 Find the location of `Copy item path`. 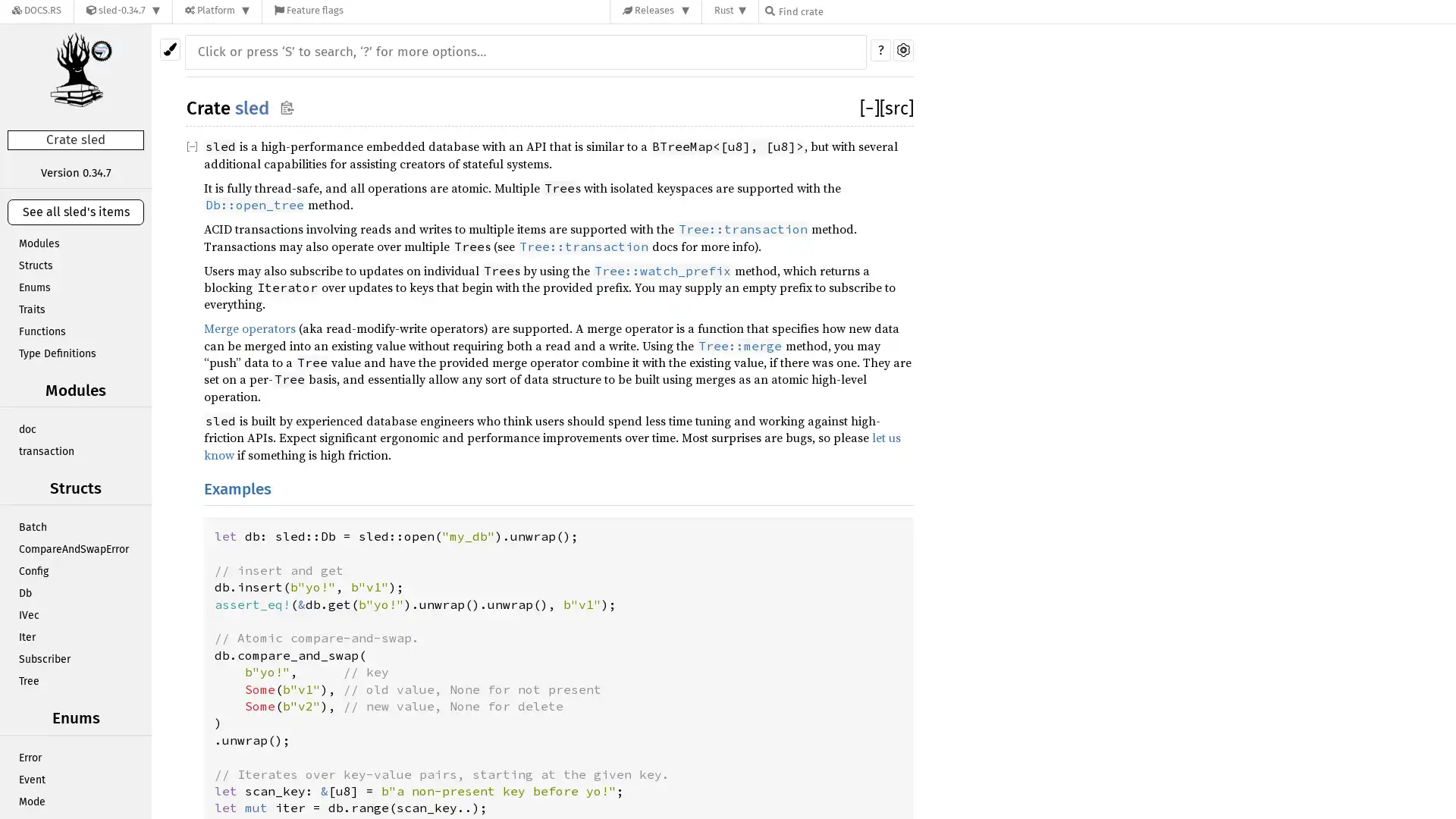

Copy item path is located at coordinates (287, 105).